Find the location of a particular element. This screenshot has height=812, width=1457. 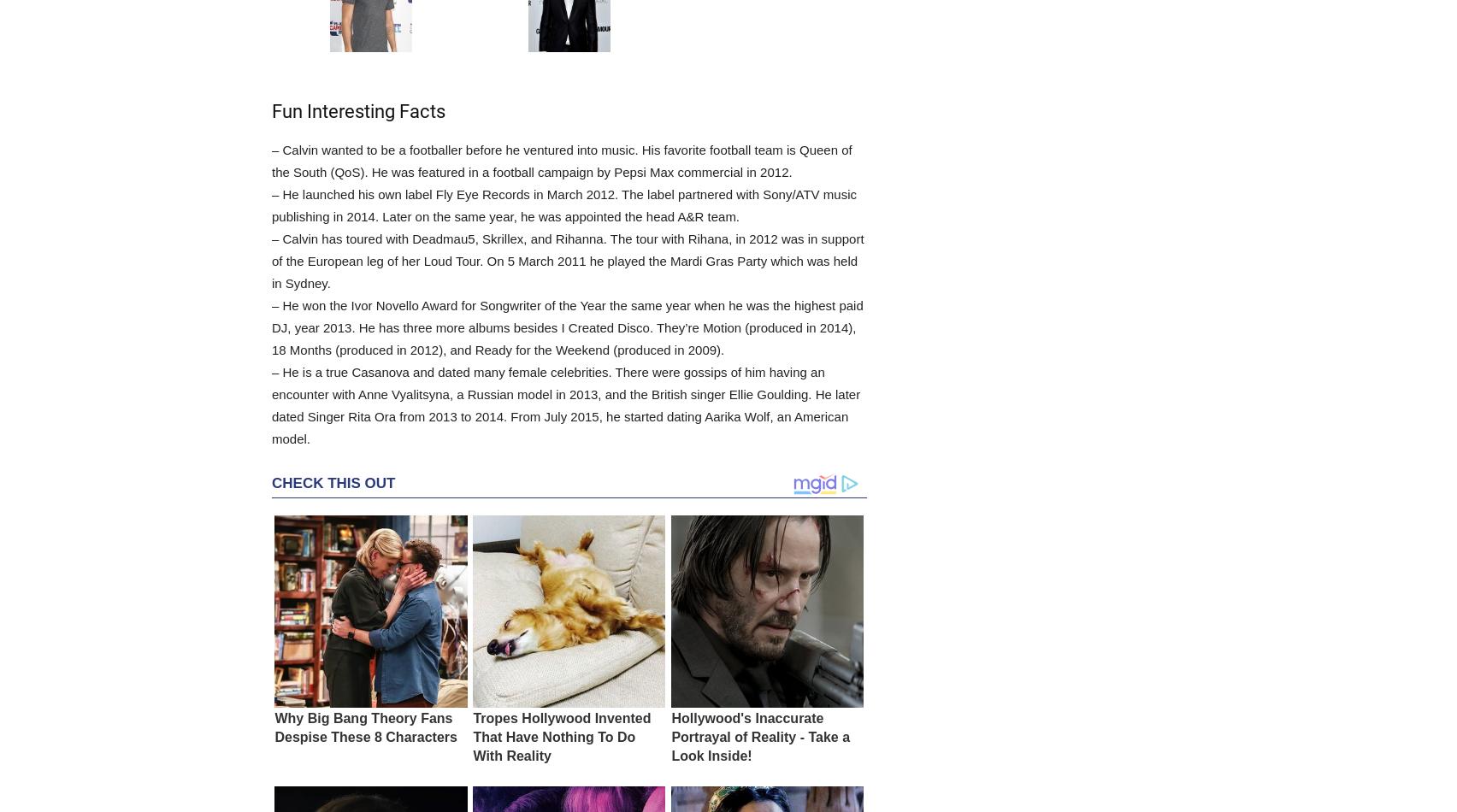

'– Calvin wanted to be a footballer before he ventured into music. His favorite football team is Queen of the South (QoS). He was featured in a football campaign by Pepsi Max commercial in 2012.' is located at coordinates (561, 161).